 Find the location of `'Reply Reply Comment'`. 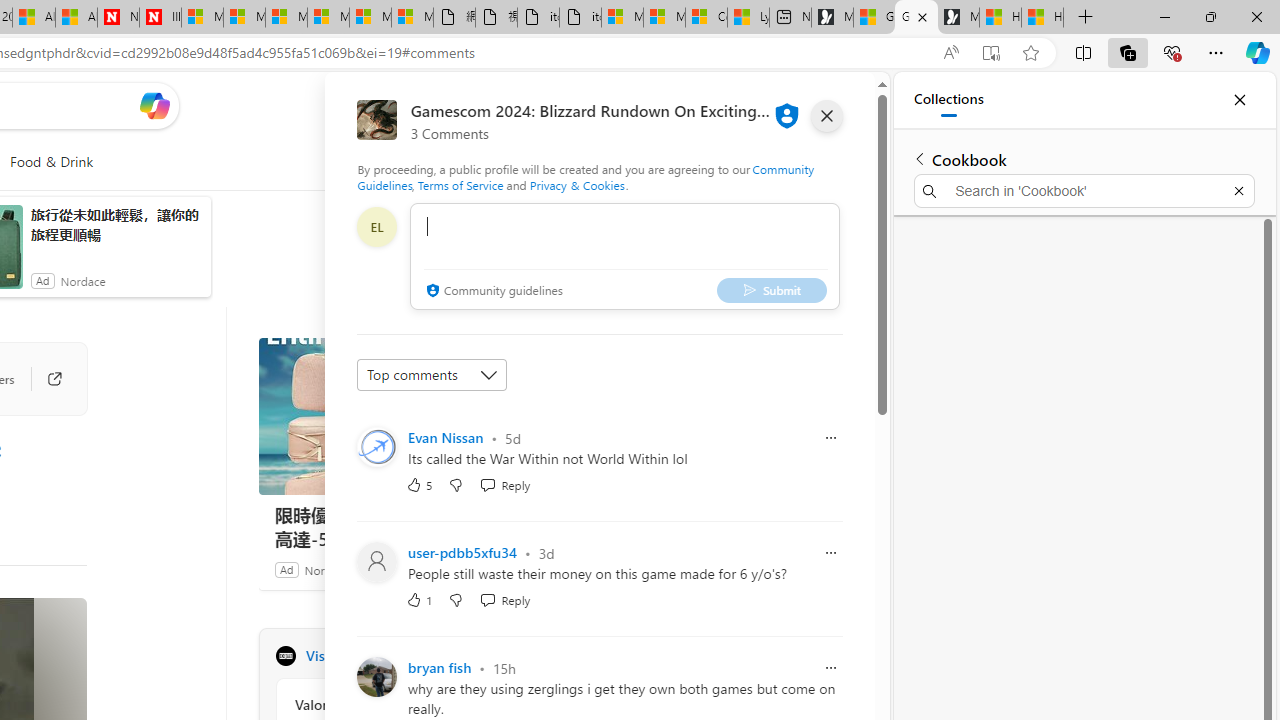

'Reply Reply Comment' is located at coordinates (505, 599).